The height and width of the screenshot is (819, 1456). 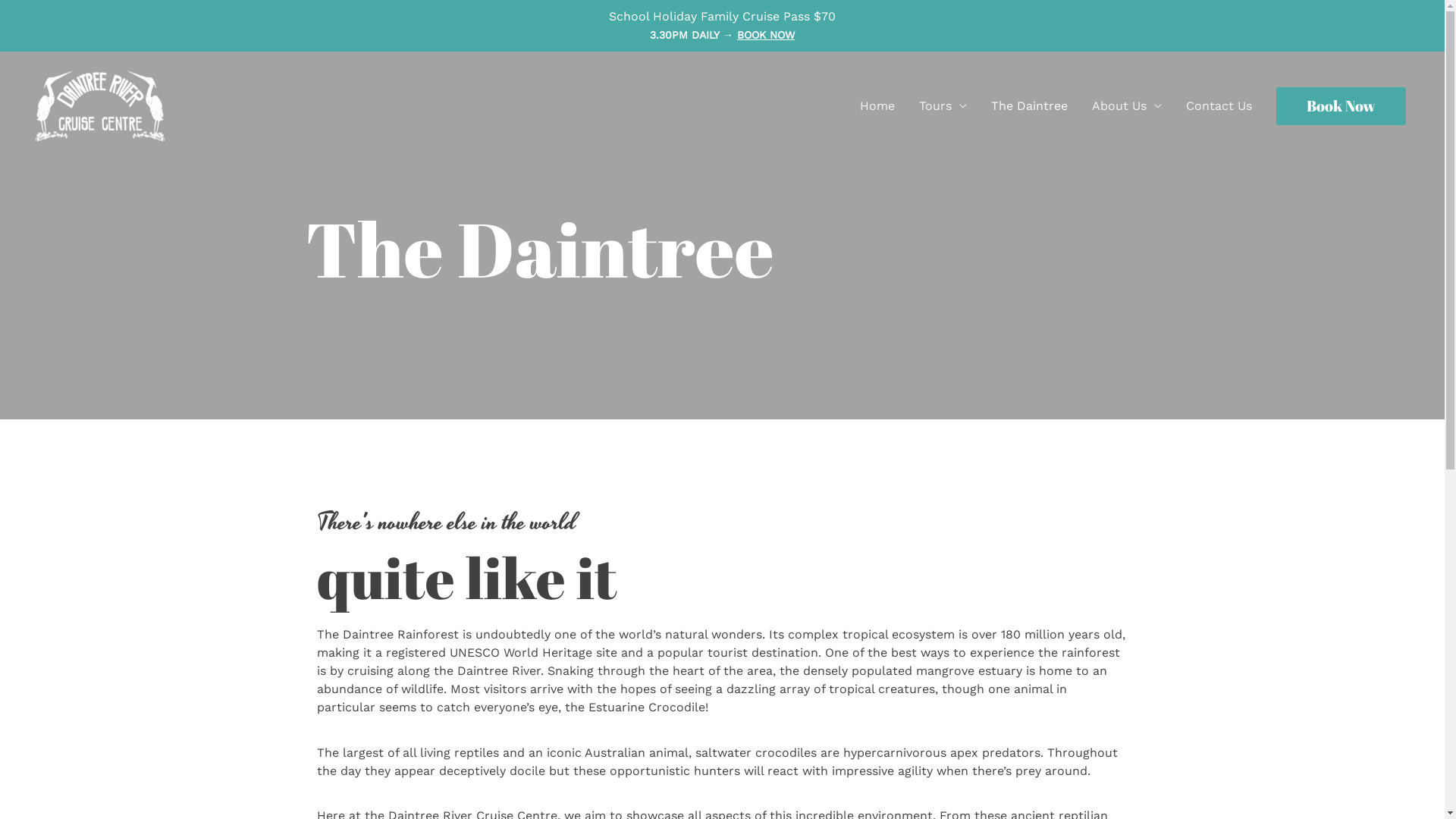 What do you see at coordinates (906, 105) in the screenshot?
I see `'Tours'` at bounding box center [906, 105].